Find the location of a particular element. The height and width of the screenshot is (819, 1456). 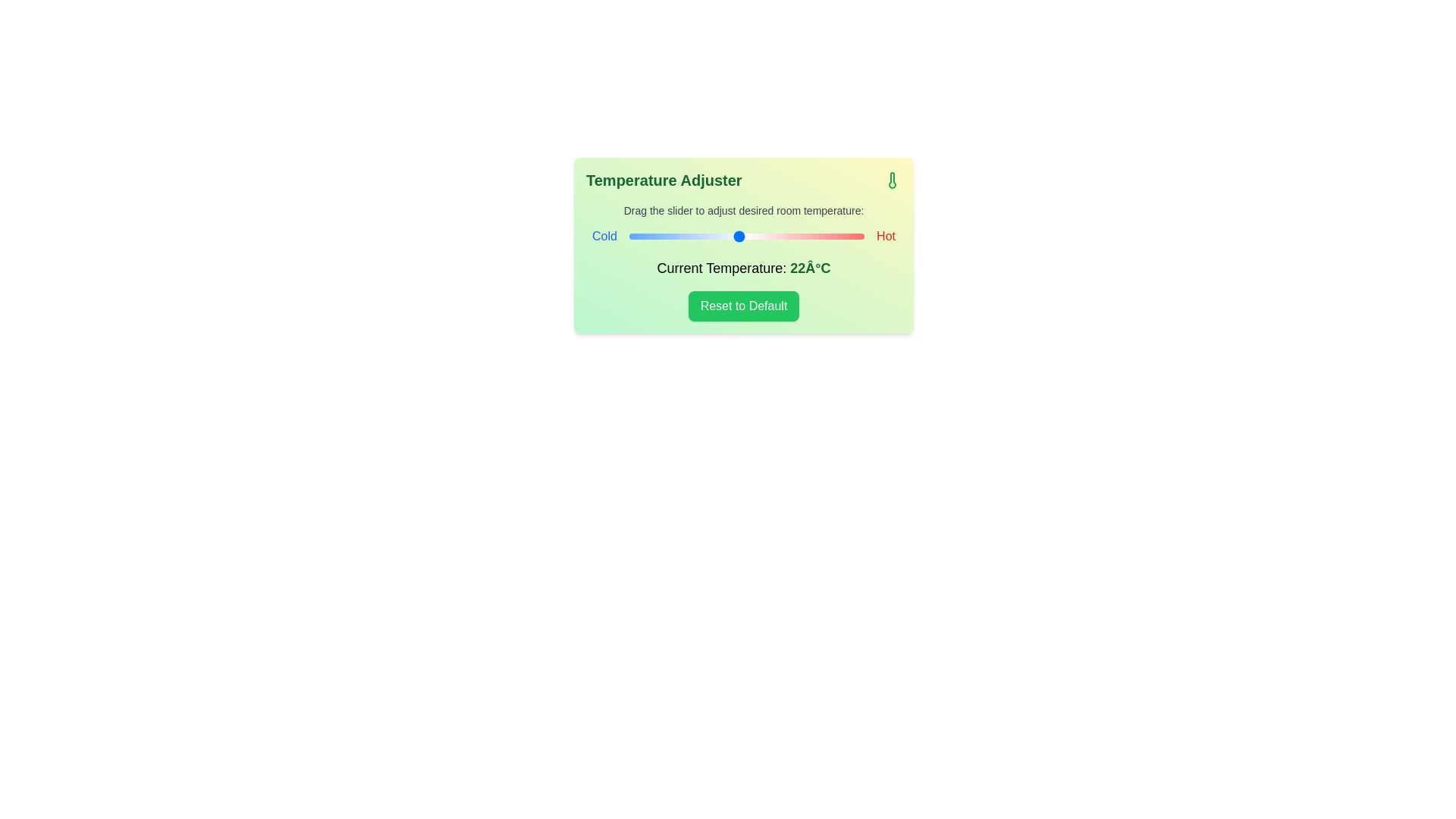

the 'Reset to Default' button is located at coordinates (742, 306).